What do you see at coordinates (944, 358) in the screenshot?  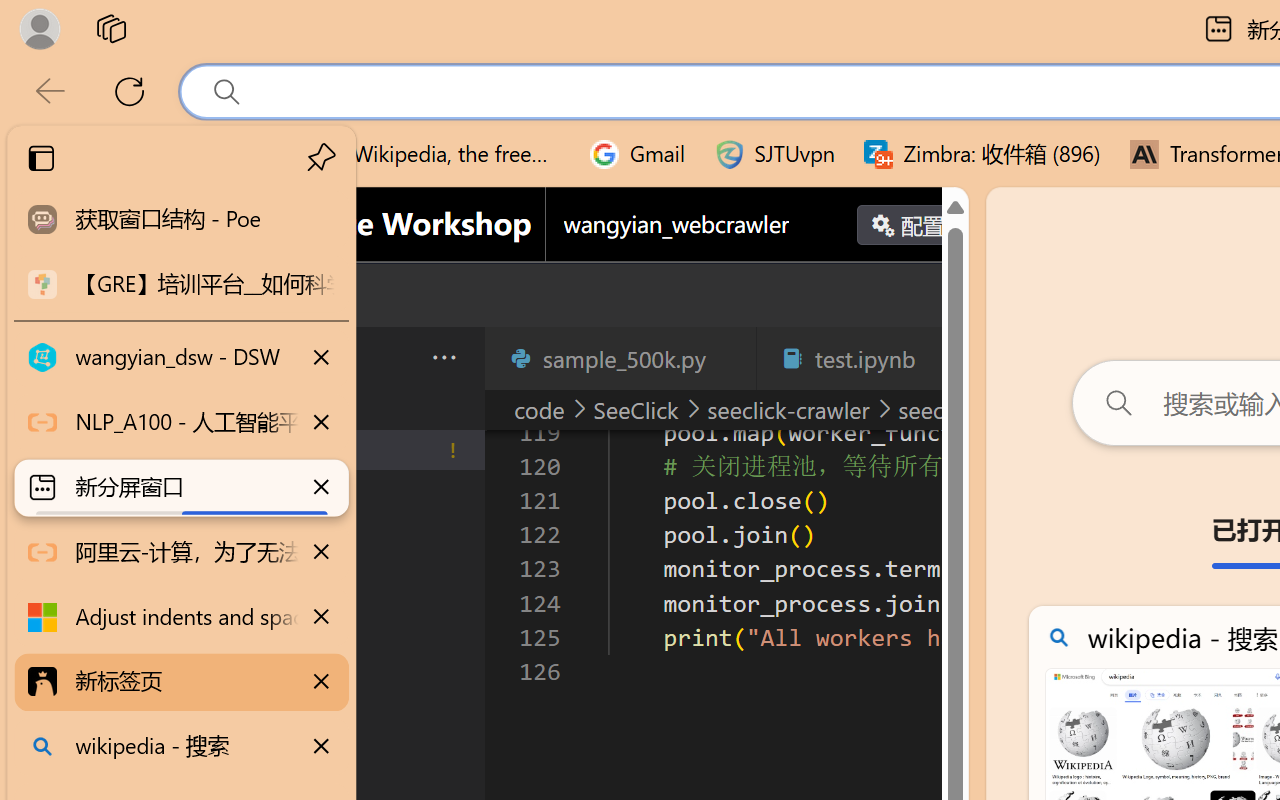 I see `'Tab actions'` at bounding box center [944, 358].